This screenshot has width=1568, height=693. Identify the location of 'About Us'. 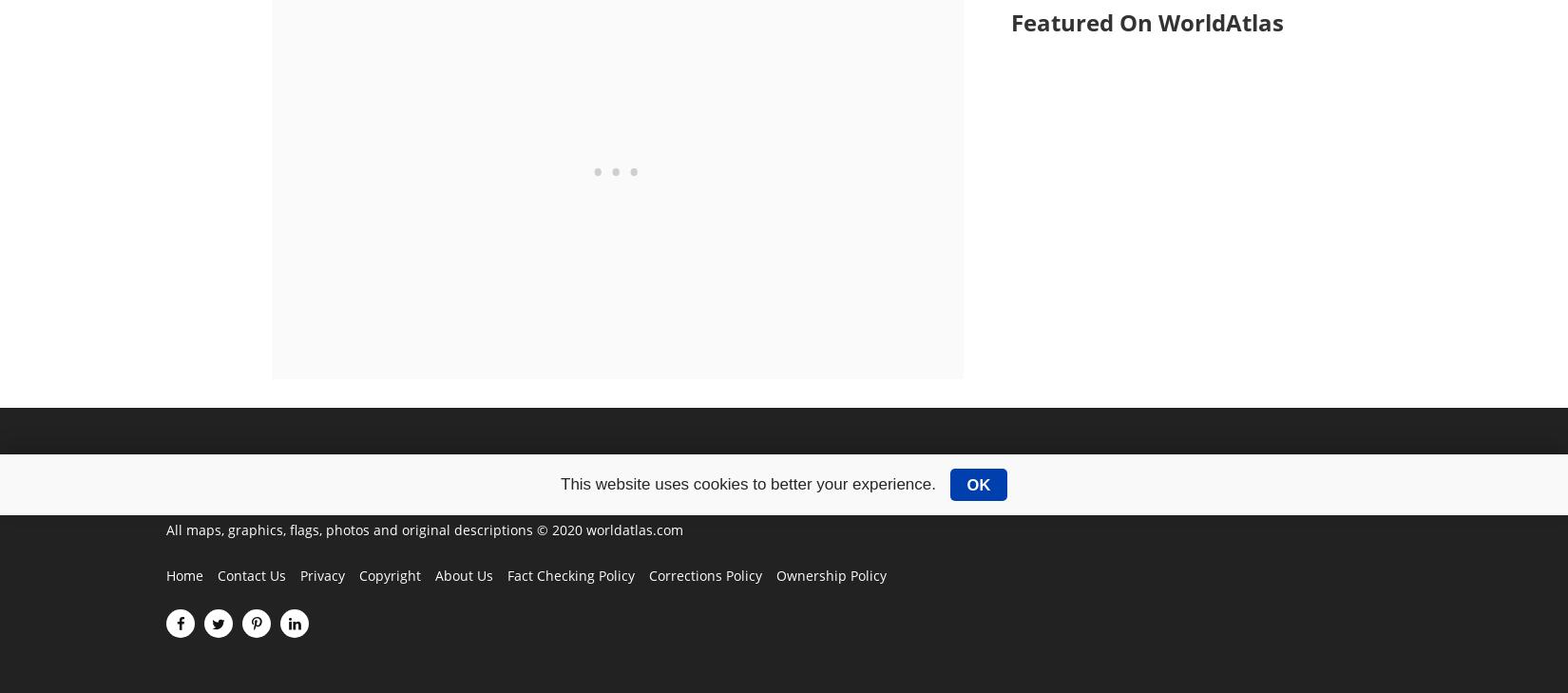
(434, 574).